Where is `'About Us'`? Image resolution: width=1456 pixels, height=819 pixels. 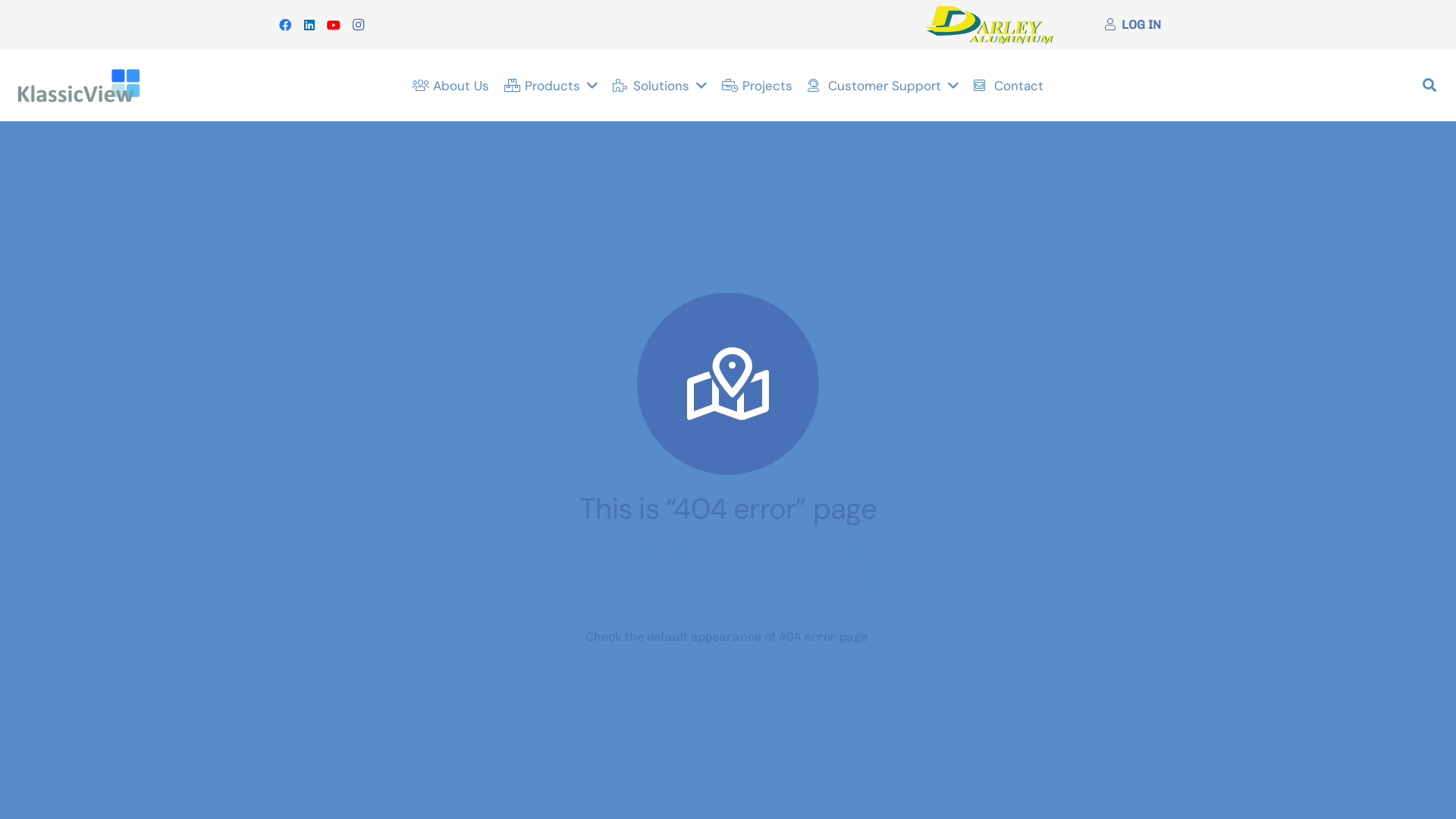 'About Us' is located at coordinates (450, 85).